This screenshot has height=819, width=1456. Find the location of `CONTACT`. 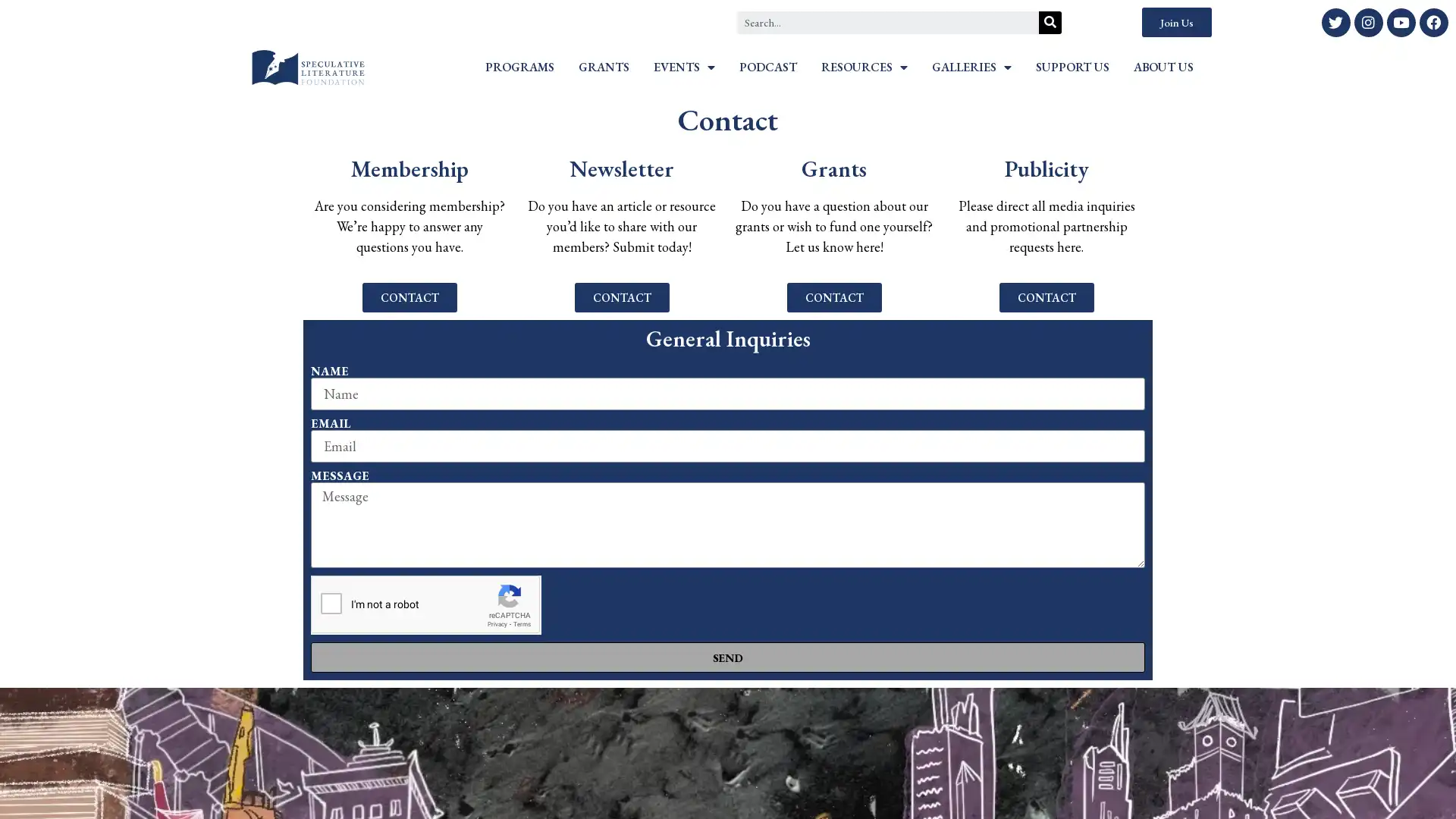

CONTACT is located at coordinates (1045, 297).